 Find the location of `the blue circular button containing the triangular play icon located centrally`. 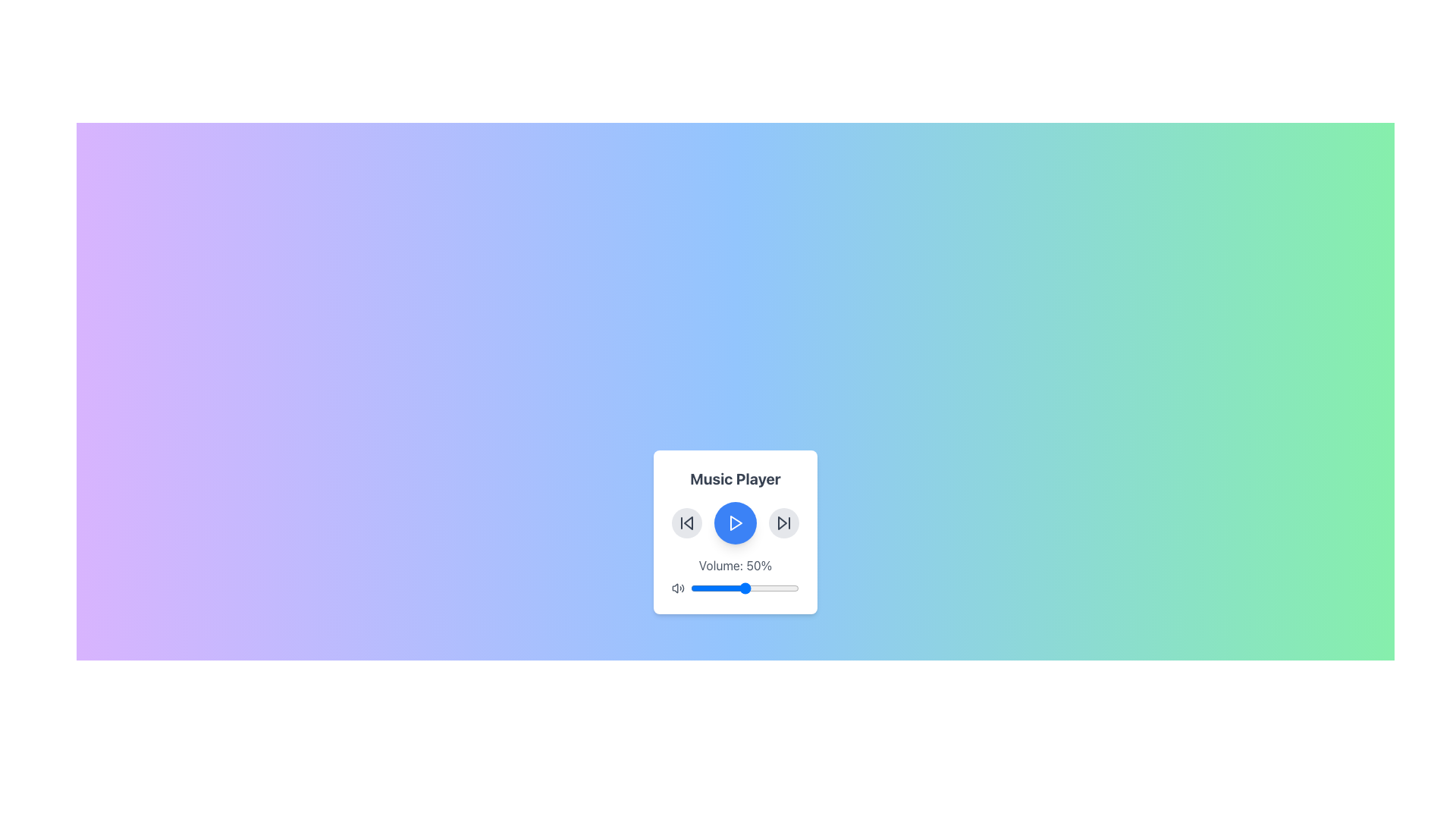

the blue circular button containing the triangular play icon located centrally is located at coordinates (736, 522).